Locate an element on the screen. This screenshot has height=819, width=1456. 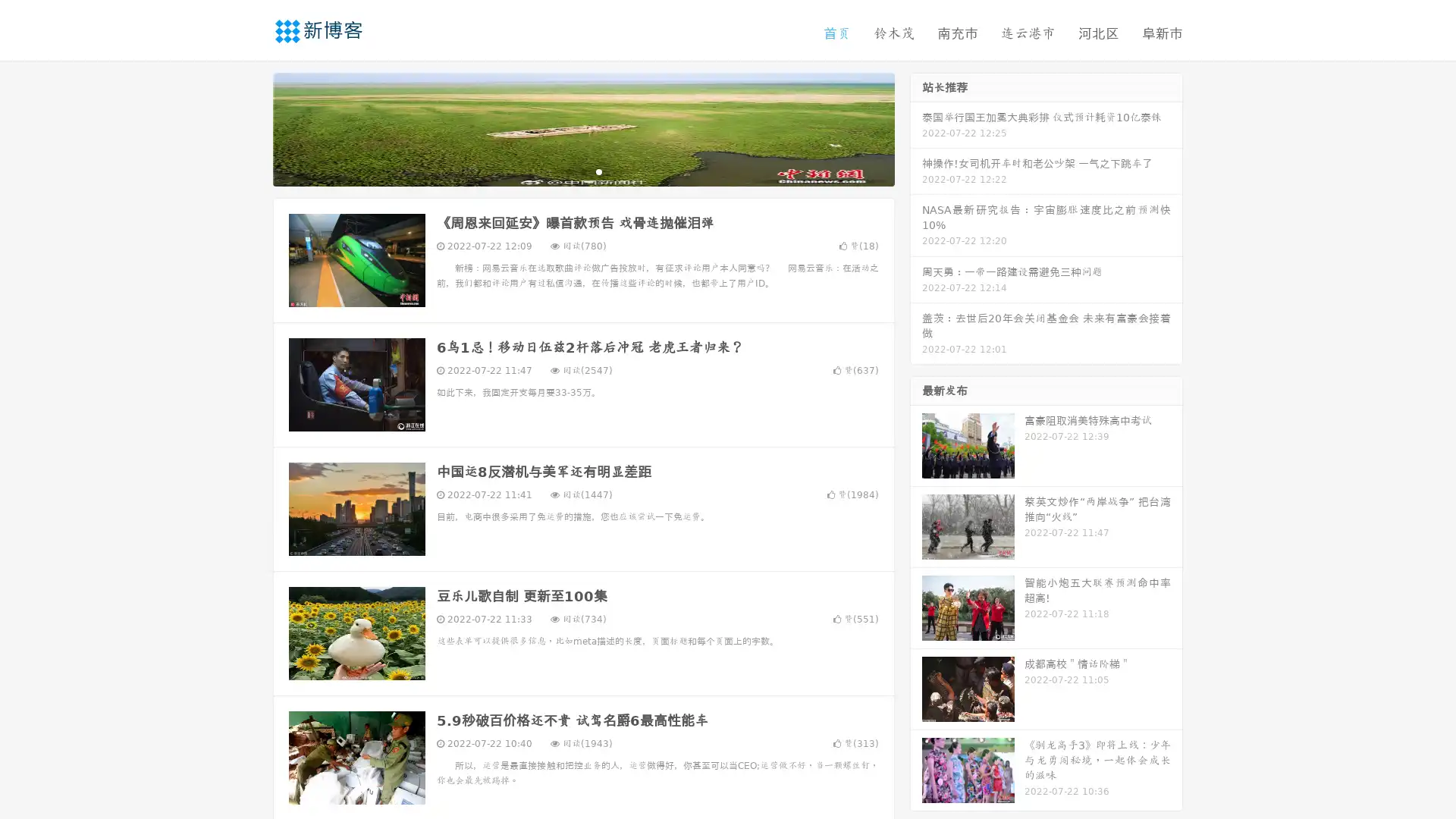
Go to slide 1 is located at coordinates (567, 171).